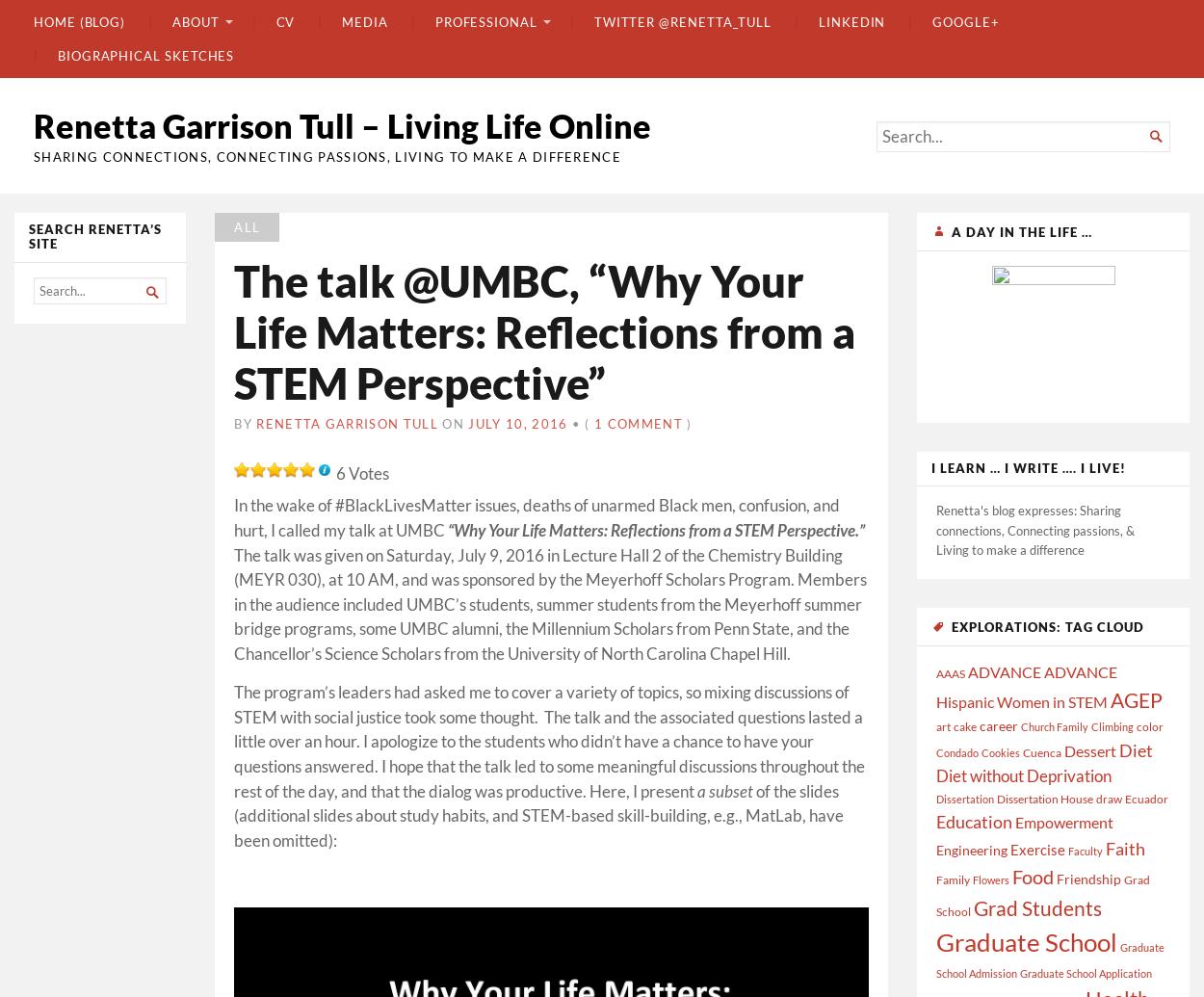 This screenshot has width=1204, height=997. What do you see at coordinates (935, 958) in the screenshot?
I see `'Graduate School Admission'` at bounding box center [935, 958].